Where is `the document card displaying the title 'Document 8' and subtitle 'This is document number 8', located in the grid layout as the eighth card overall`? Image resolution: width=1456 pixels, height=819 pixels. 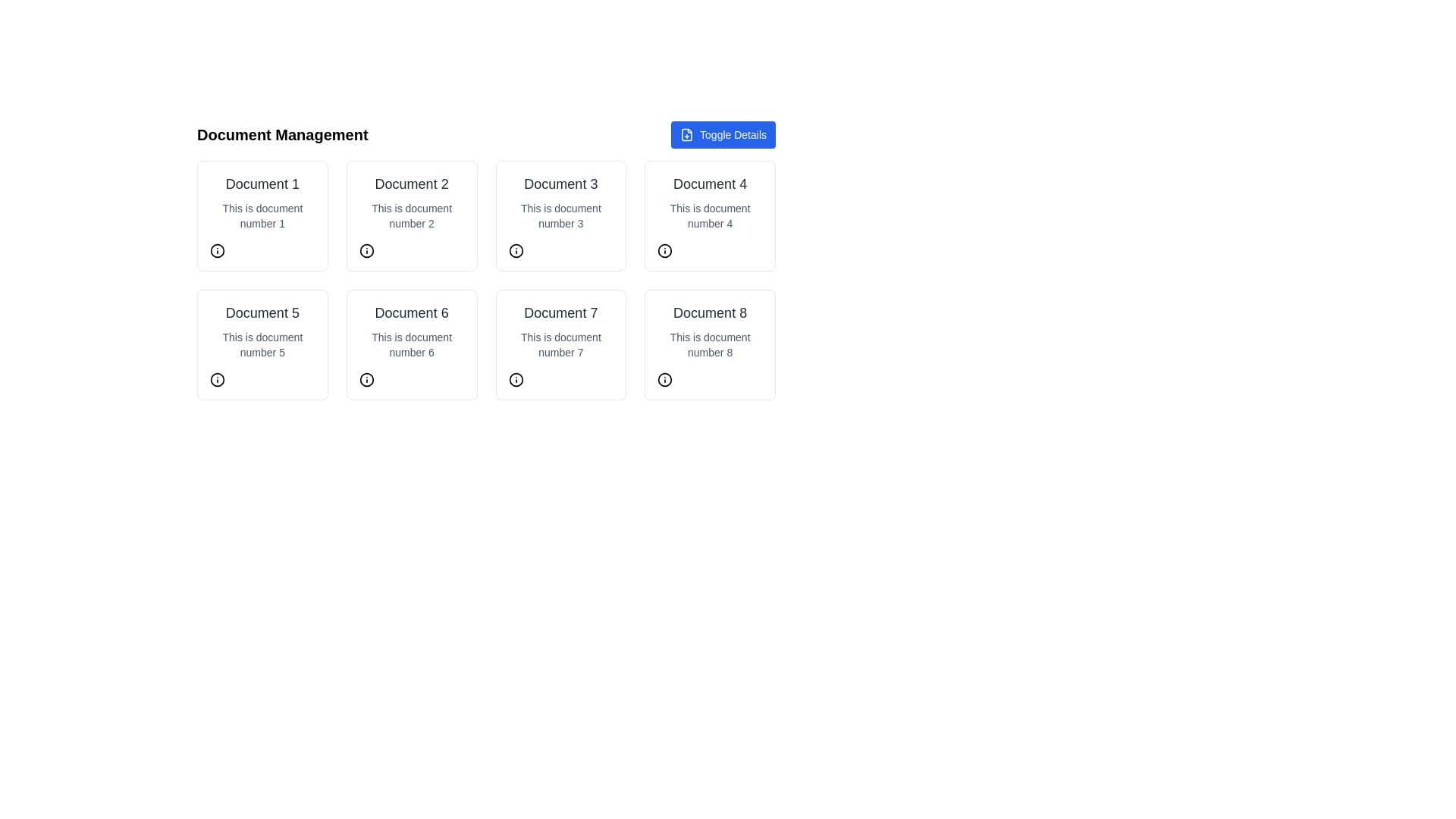 the document card displaying the title 'Document 8' and subtitle 'This is document number 8', located in the grid layout as the eighth card overall is located at coordinates (709, 345).